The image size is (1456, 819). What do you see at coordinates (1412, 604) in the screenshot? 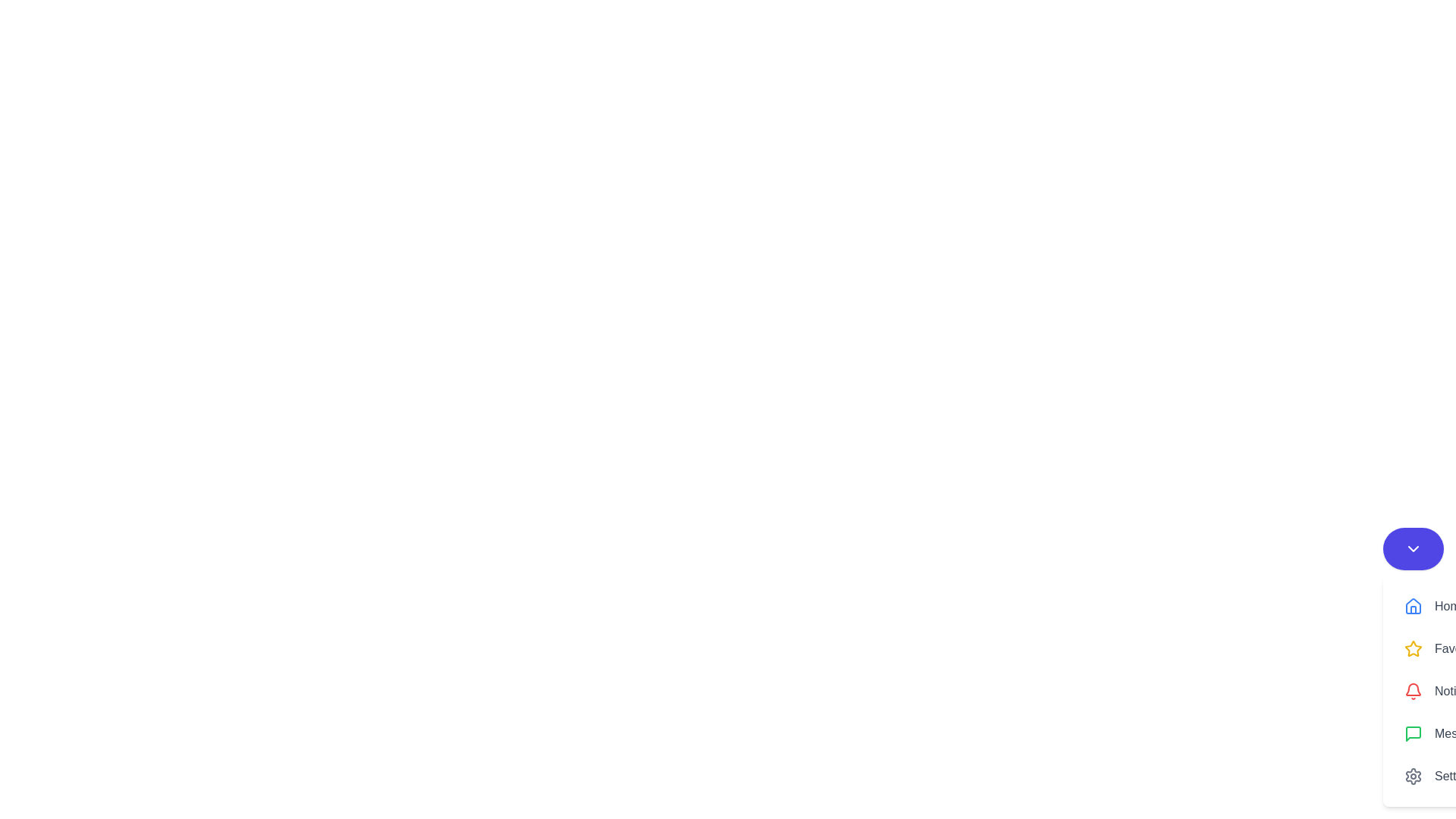
I see `the blue house icon in the vertical navigation menu` at bounding box center [1412, 604].